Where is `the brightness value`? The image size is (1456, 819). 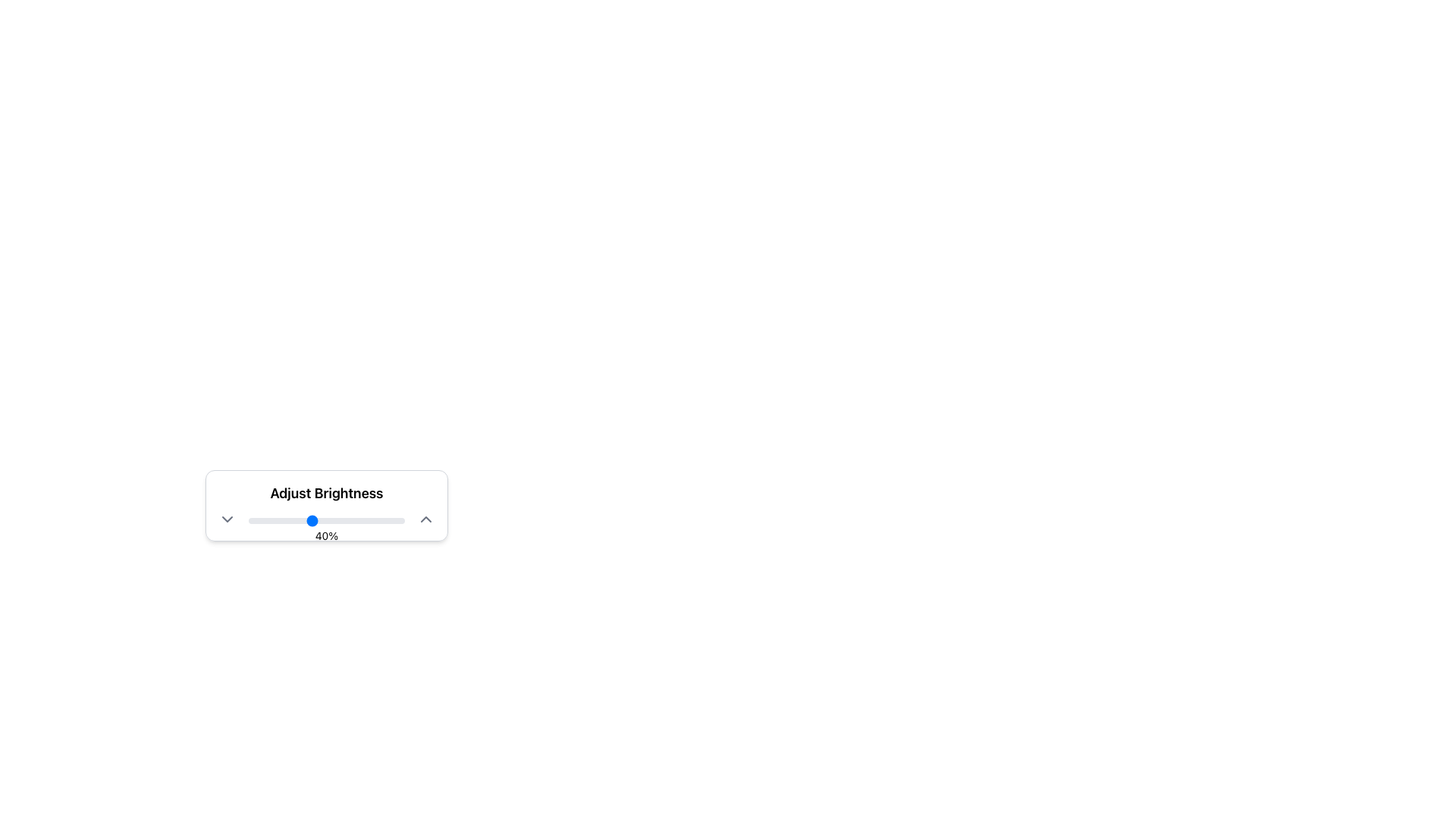 the brightness value is located at coordinates (400, 519).